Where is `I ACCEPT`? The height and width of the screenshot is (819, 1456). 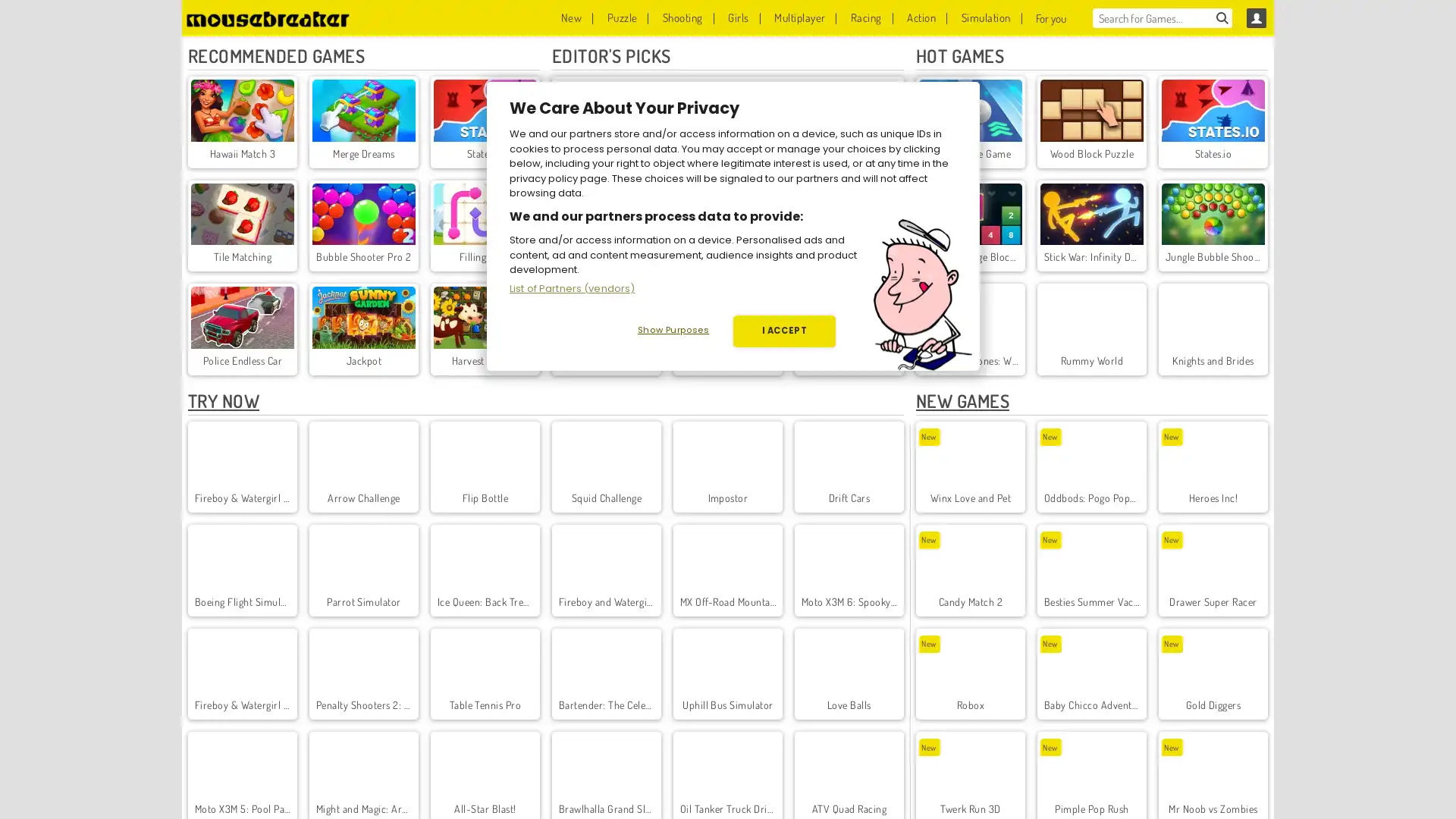
I ACCEPT is located at coordinates (784, 329).